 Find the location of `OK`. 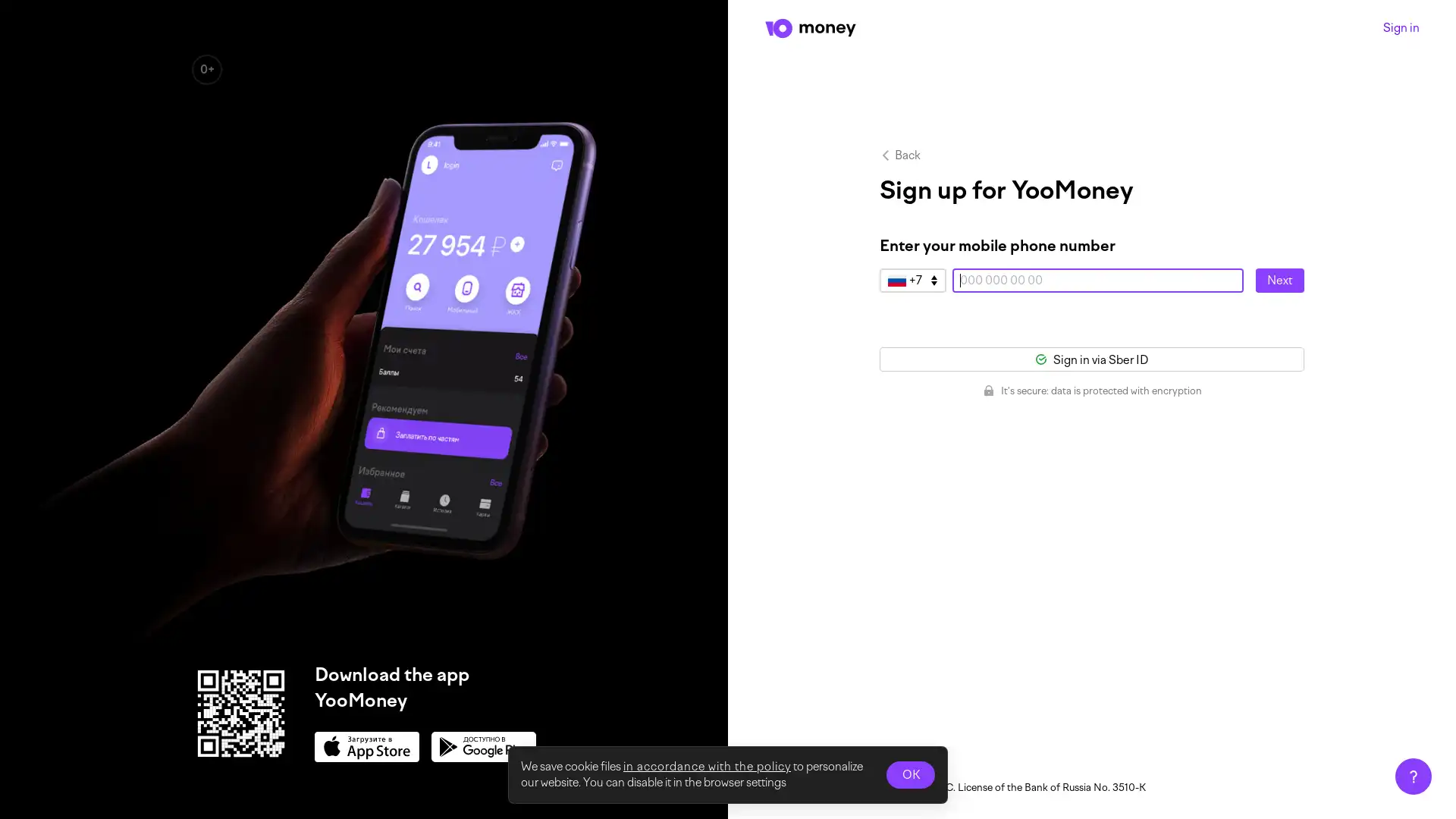

OK is located at coordinates (910, 775).